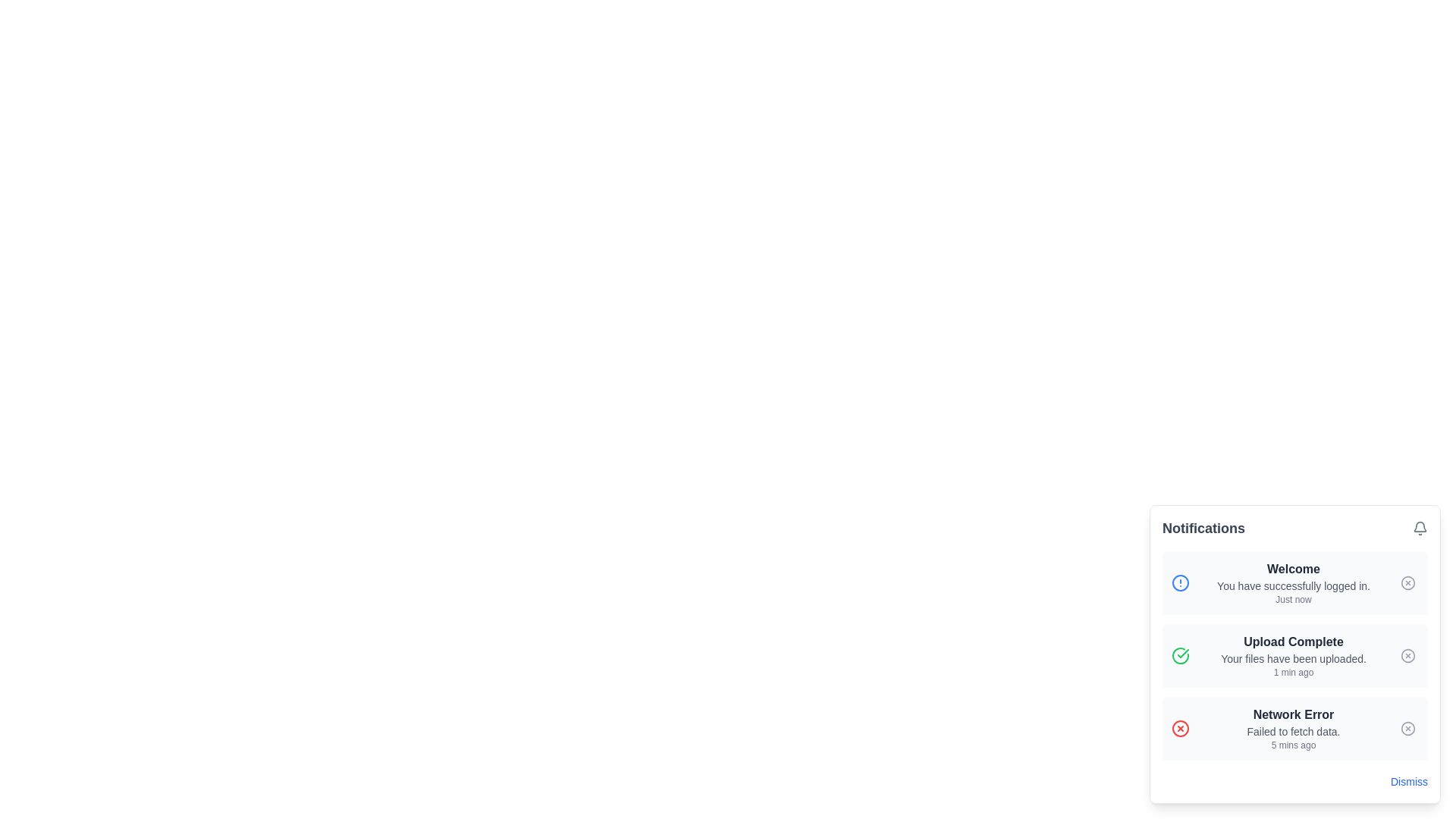  I want to click on the dismiss button icon located at the far-right side of the 'Network Error' notification entry in the dropdown notification menu, so click(1407, 727).